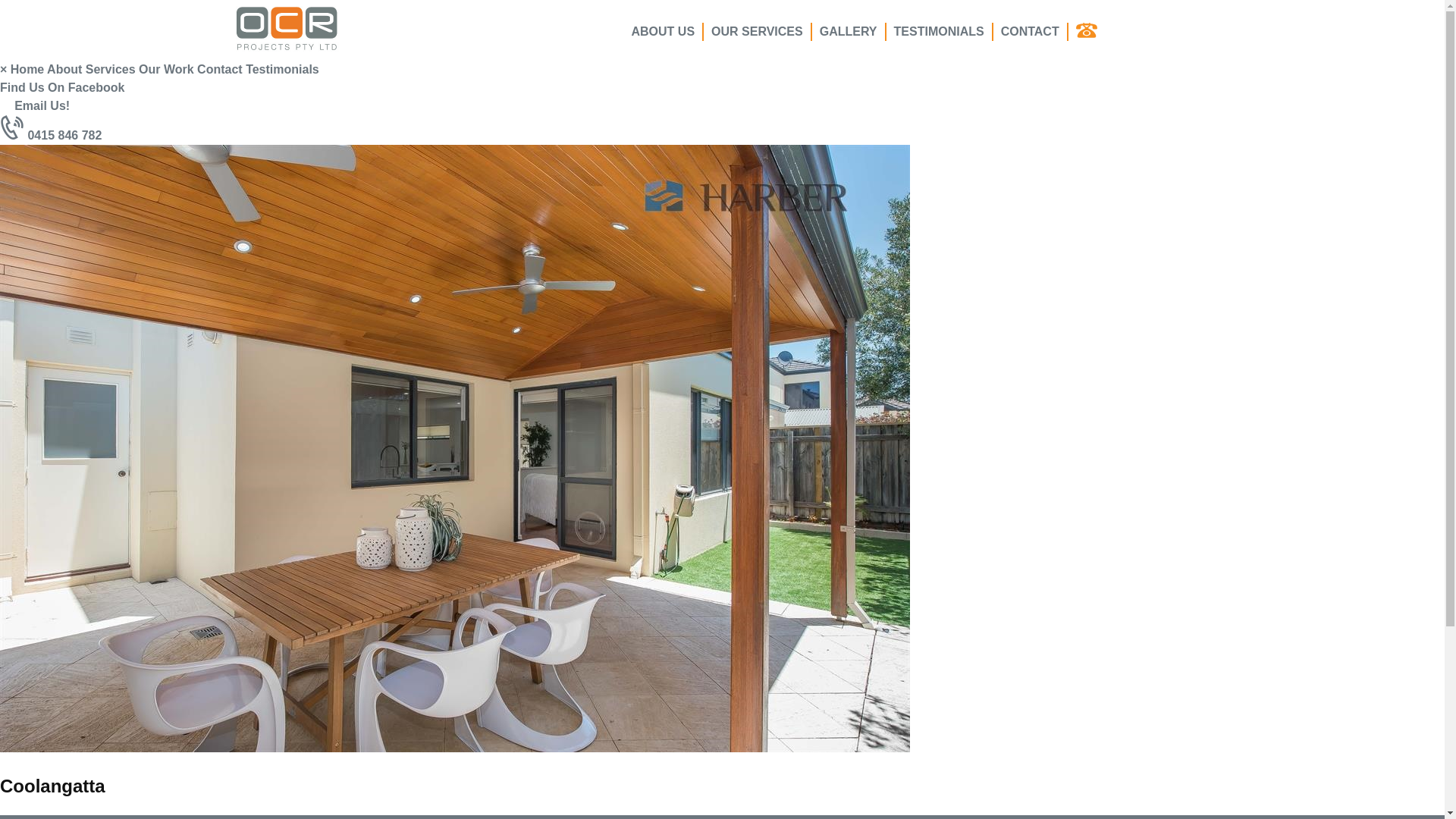 Image resolution: width=1456 pixels, height=819 pixels. I want to click on ' ', so click(1087, 32).